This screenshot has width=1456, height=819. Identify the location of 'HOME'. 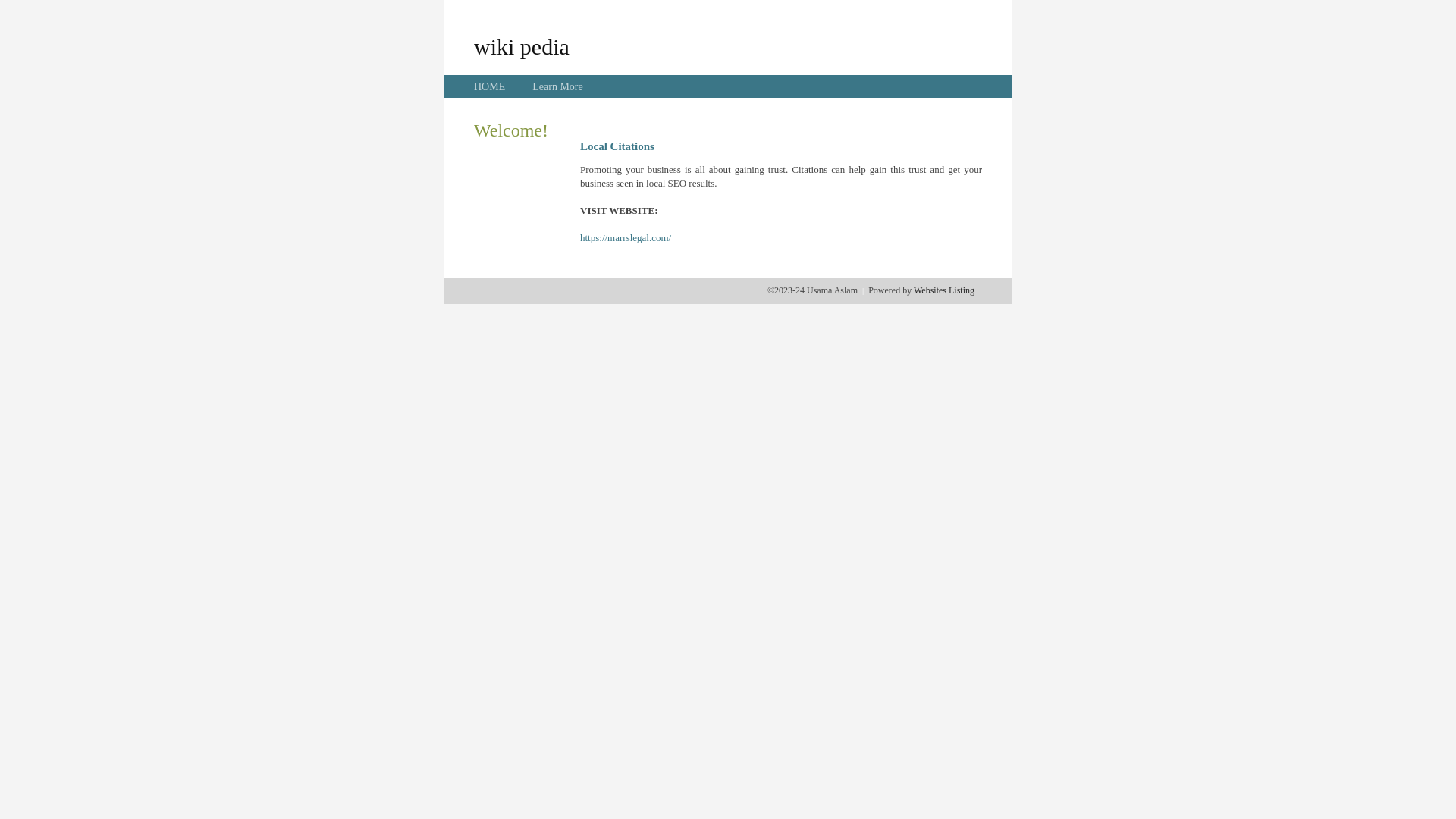
(489, 86).